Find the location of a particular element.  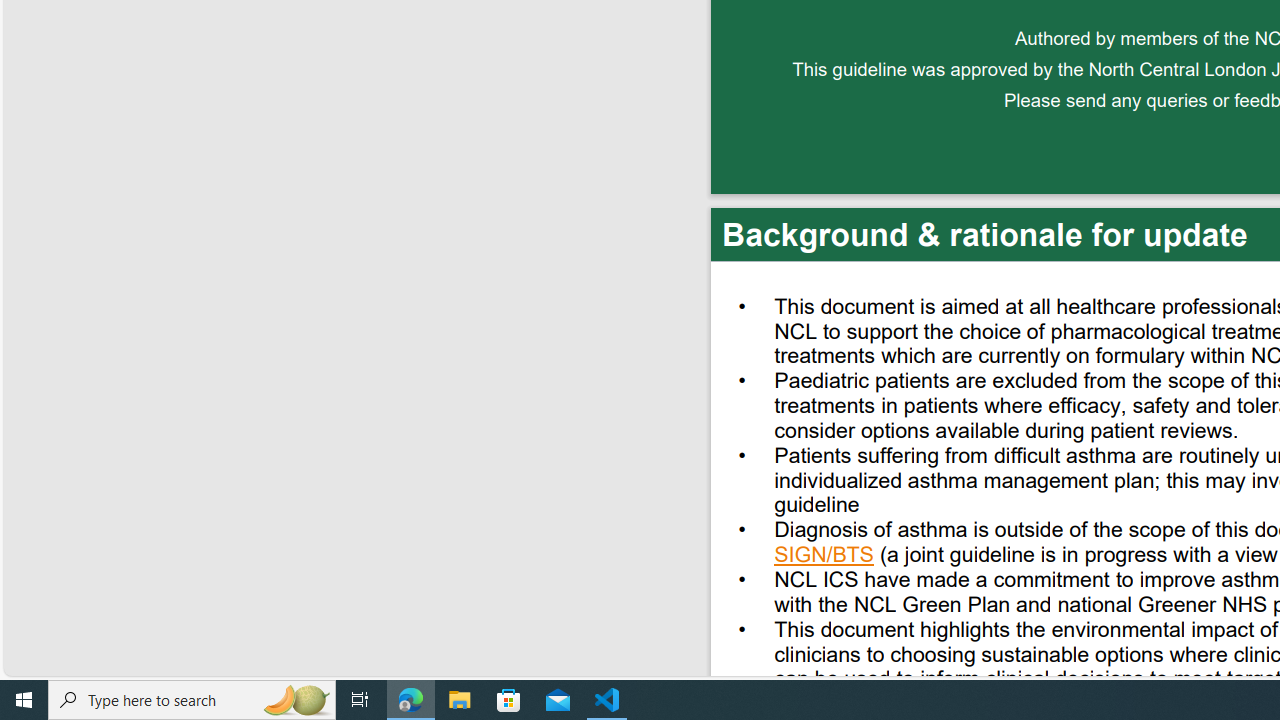

'SIGN/BTS' is located at coordinates (824, 557).